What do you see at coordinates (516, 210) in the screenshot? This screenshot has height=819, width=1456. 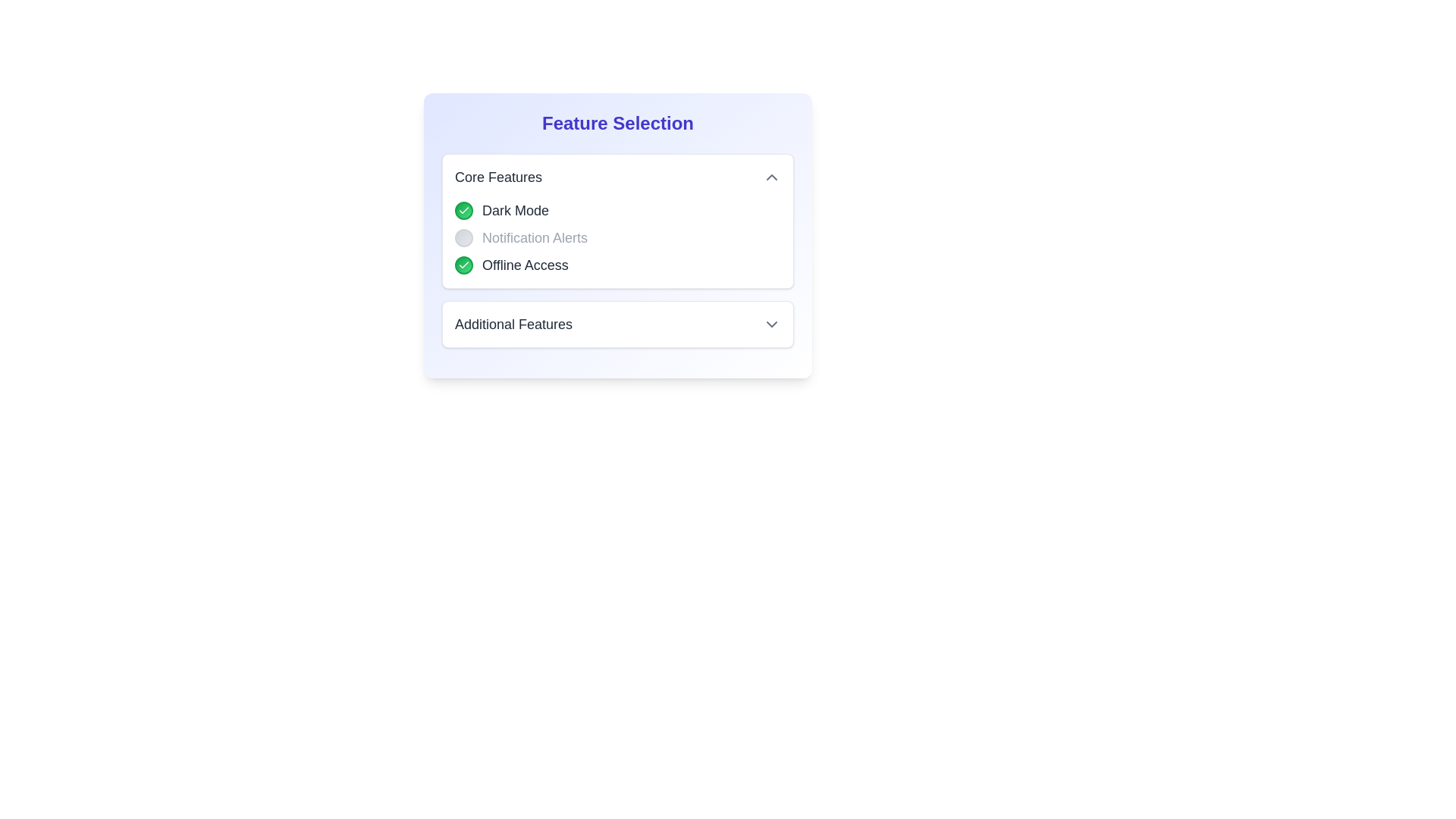 I see `the 'Dark Mode' text label located to the right of the green check mark icon in the 'Core Features' list under 'Feature Selection'` at bounding box center [516, 210].